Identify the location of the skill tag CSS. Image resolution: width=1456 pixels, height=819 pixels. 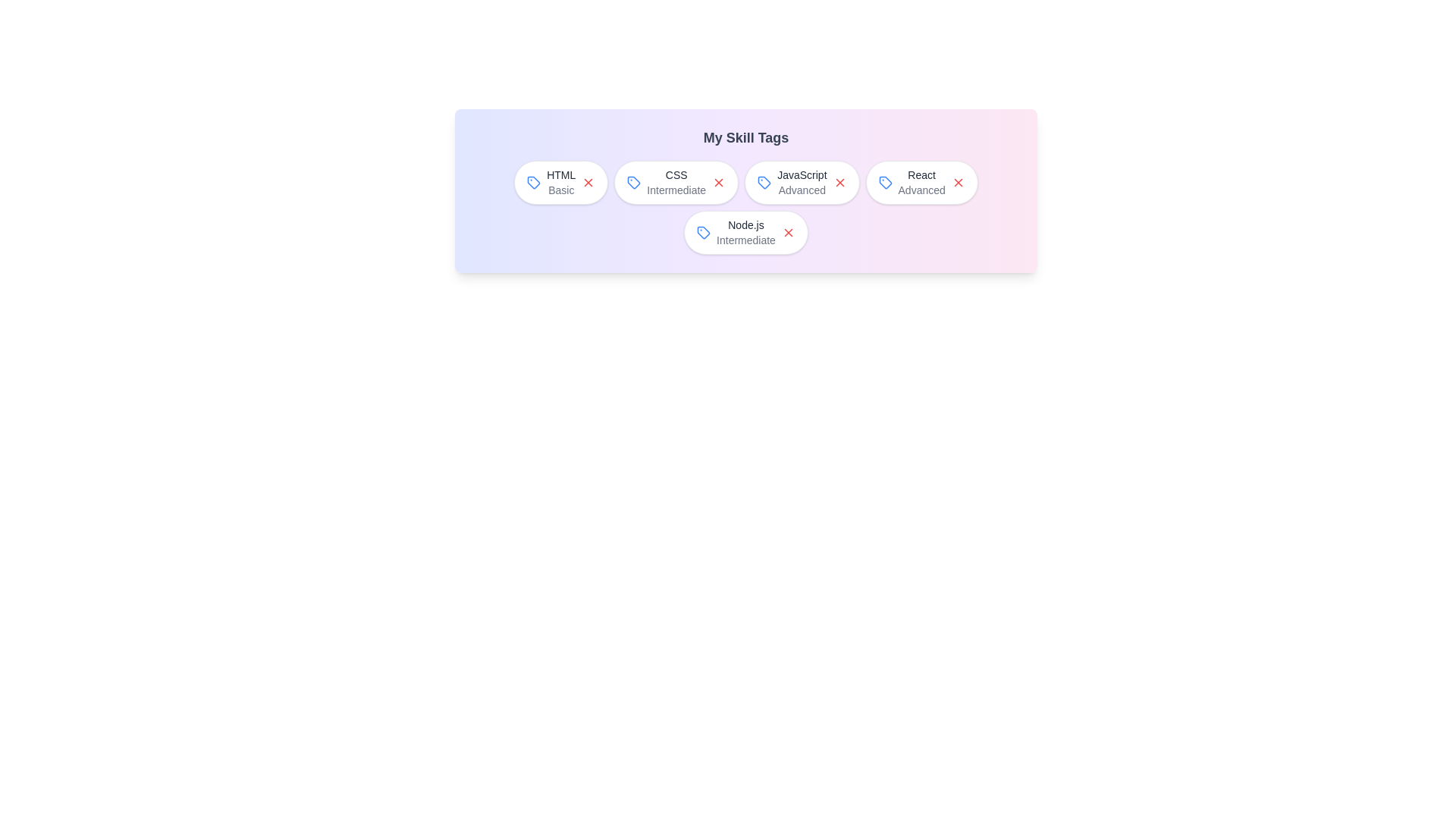
(676, 181).